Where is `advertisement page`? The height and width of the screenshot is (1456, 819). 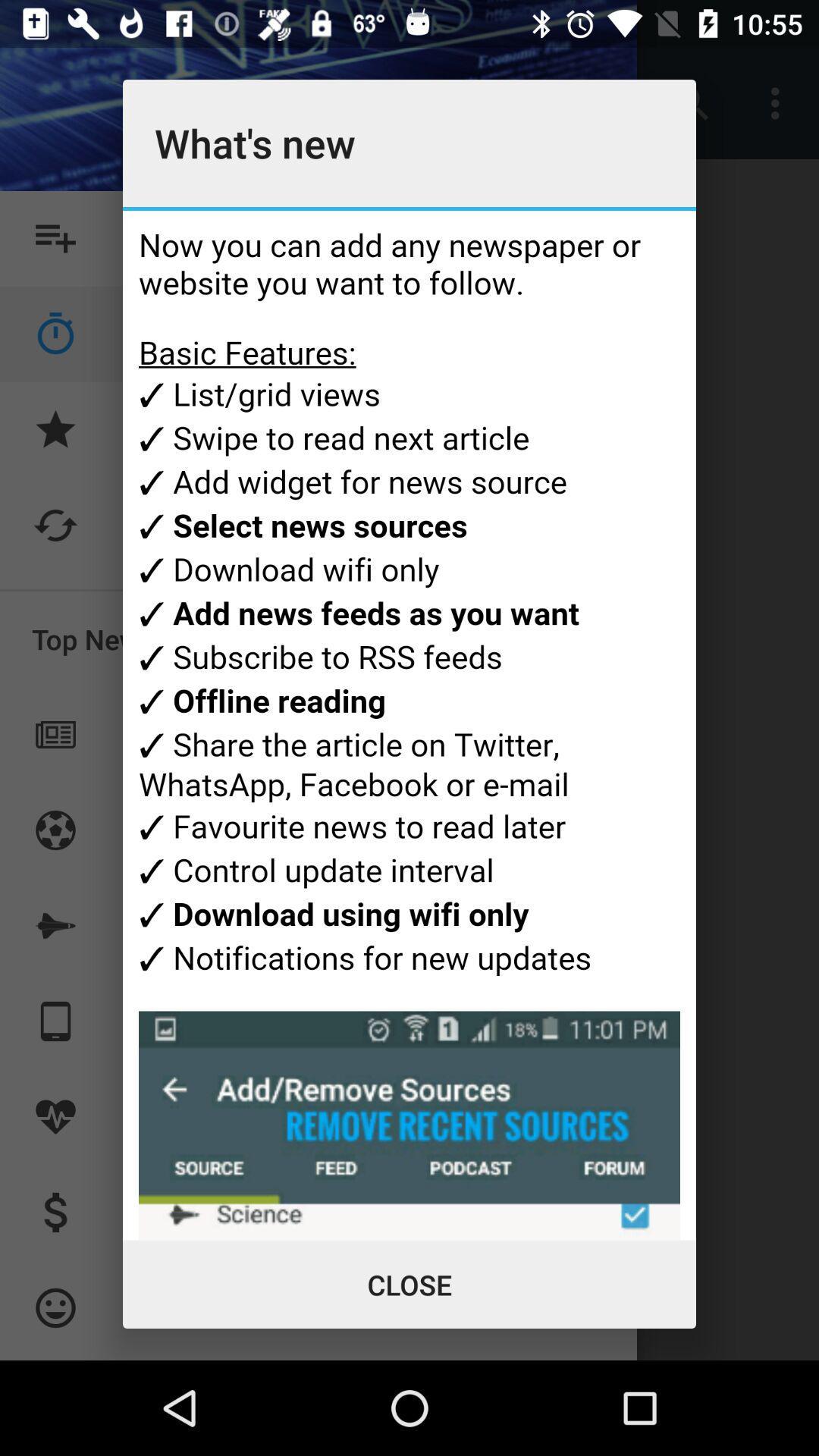
advertisement page is located at coordinates (409, 724).